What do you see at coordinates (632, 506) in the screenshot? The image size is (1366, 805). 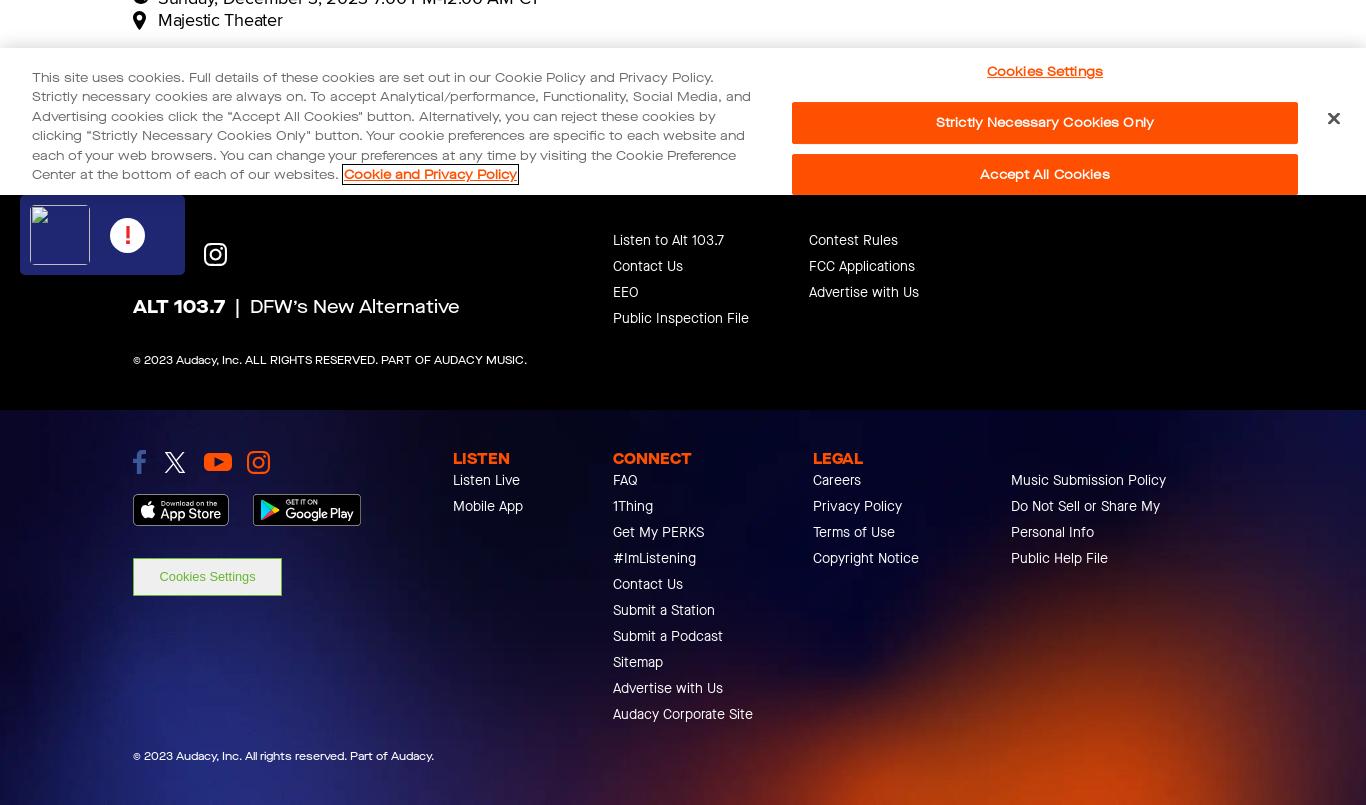 I see `'1Thing'` at bounding box center [632, 506].